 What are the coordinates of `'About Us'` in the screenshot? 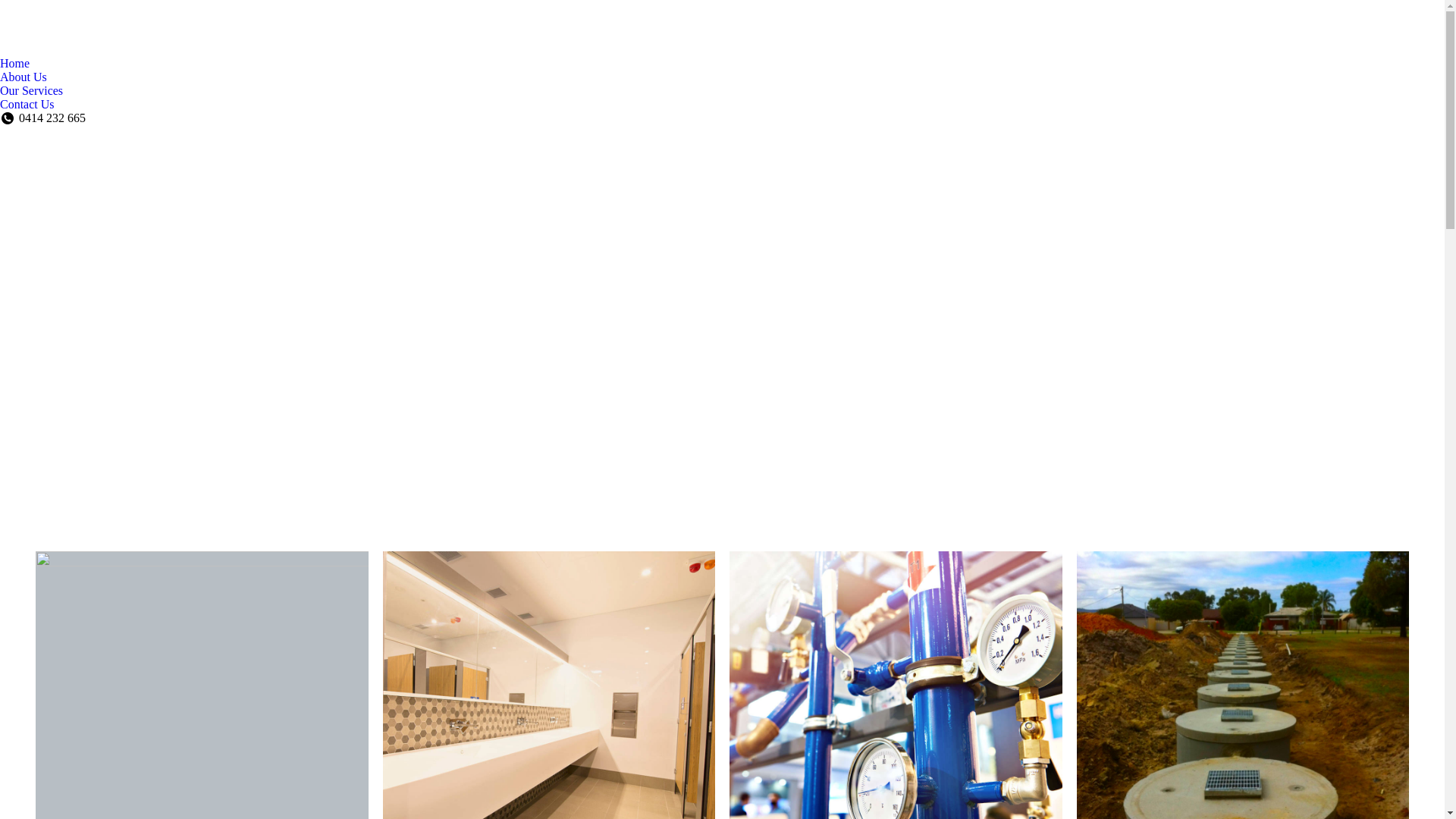 It's located at (23, 77).